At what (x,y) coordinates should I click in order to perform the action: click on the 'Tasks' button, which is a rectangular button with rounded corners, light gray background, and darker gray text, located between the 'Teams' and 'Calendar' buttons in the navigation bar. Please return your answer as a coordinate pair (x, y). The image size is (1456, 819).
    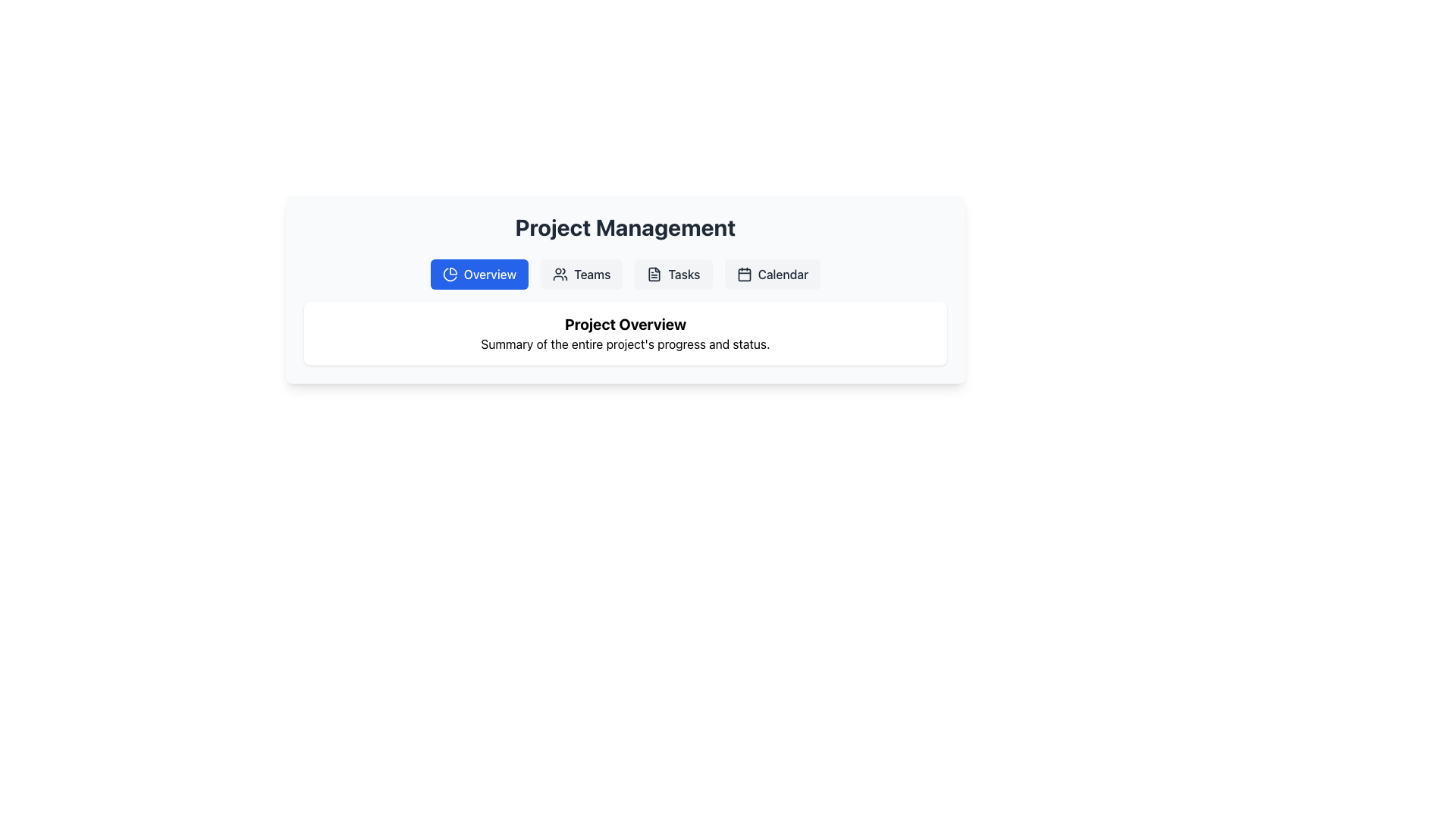
    Looking at the image, I should click on (673, 275).